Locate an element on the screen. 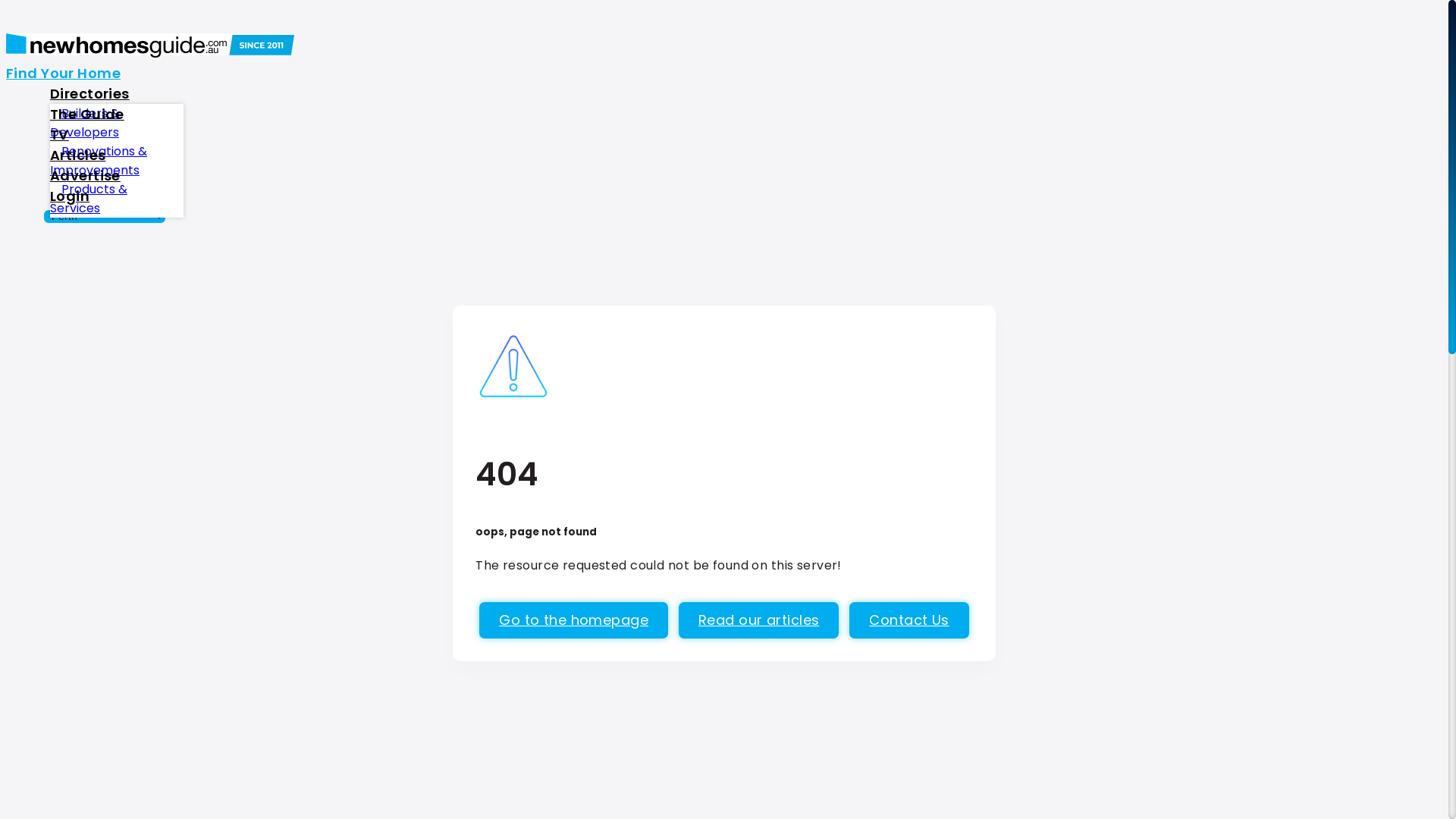  'Builders & Developers' is located at coordinates (50, 122).